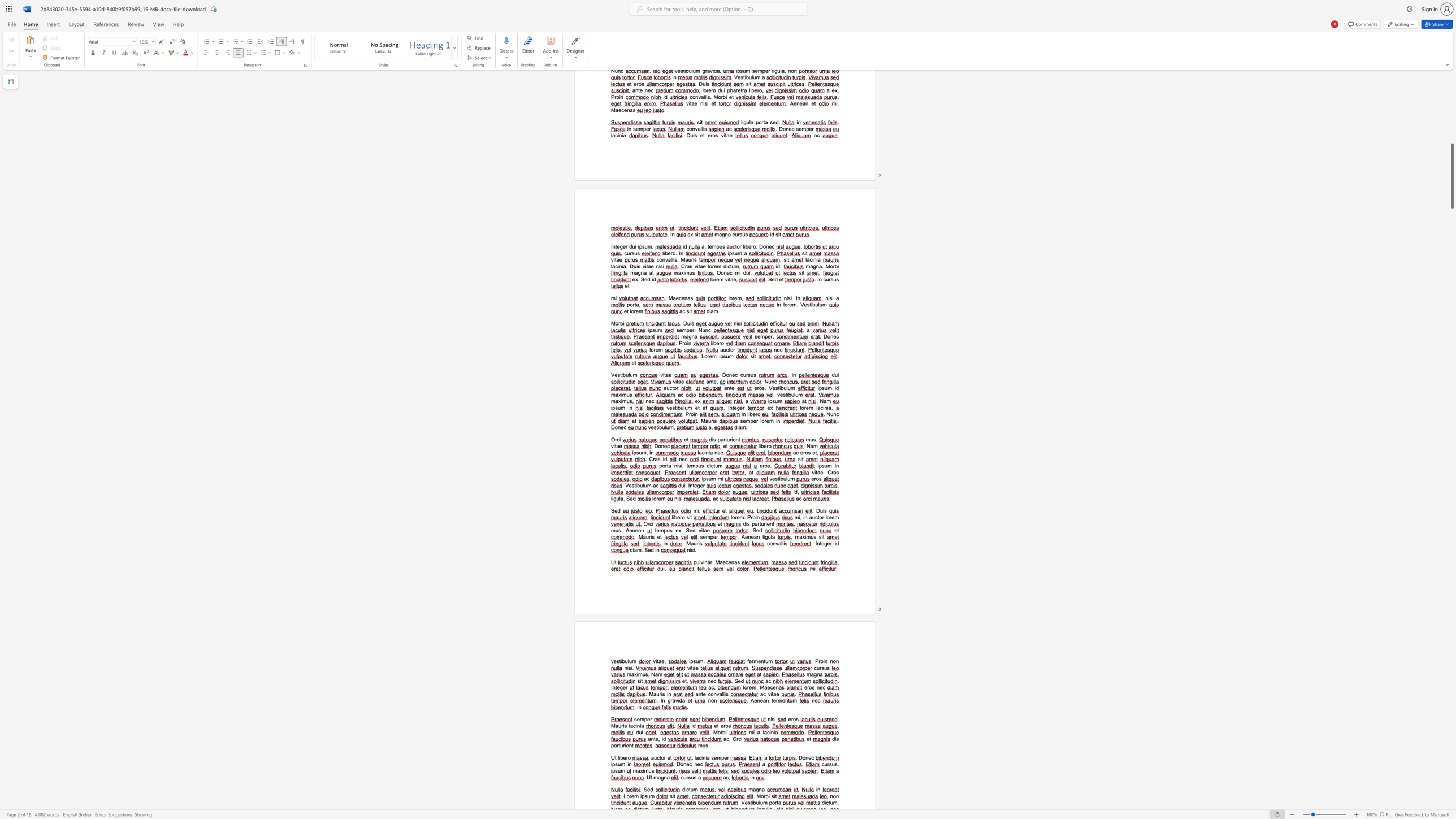 This screenshot has width=1456, height=819. Describe the element at coordinates (619, 725) in the screenshot. I see `the 1th character "u" in the text` at that location.